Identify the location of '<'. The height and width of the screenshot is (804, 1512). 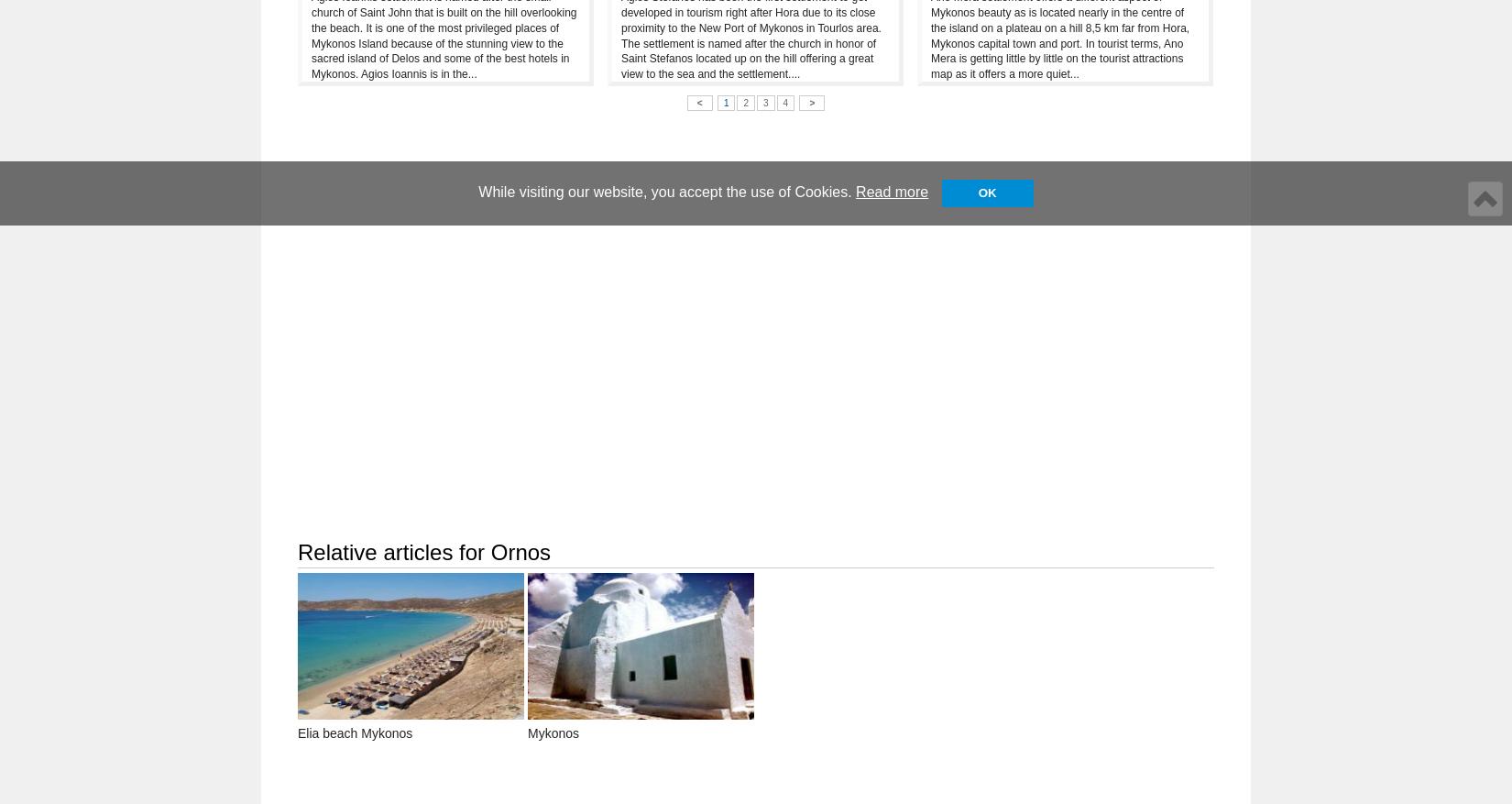
(697, 102).